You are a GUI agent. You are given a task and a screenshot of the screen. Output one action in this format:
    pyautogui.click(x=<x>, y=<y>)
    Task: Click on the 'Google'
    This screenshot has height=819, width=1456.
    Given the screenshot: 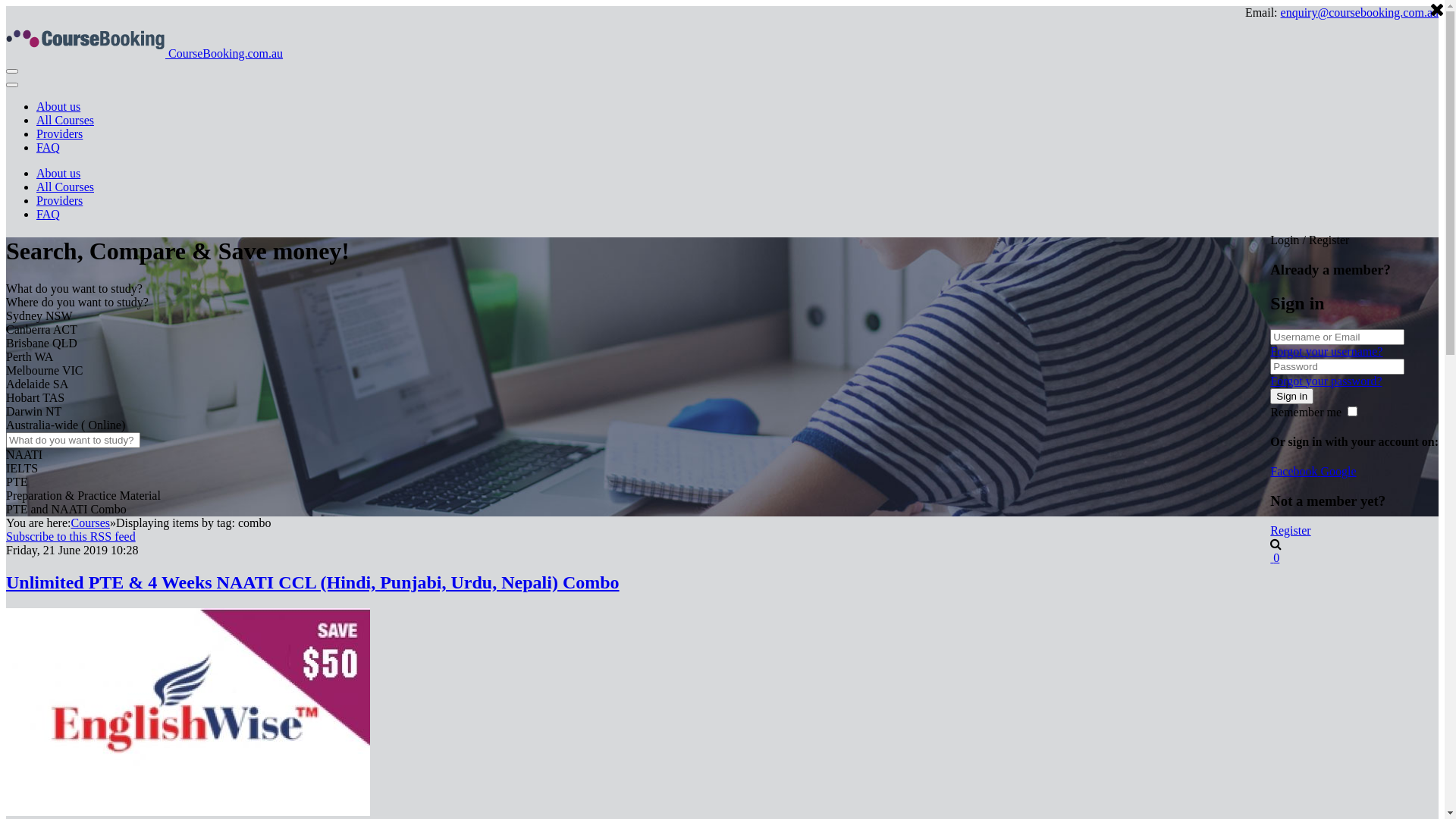 What is the action you would take?
    pyautogui.click(x=1338, y=470)
    